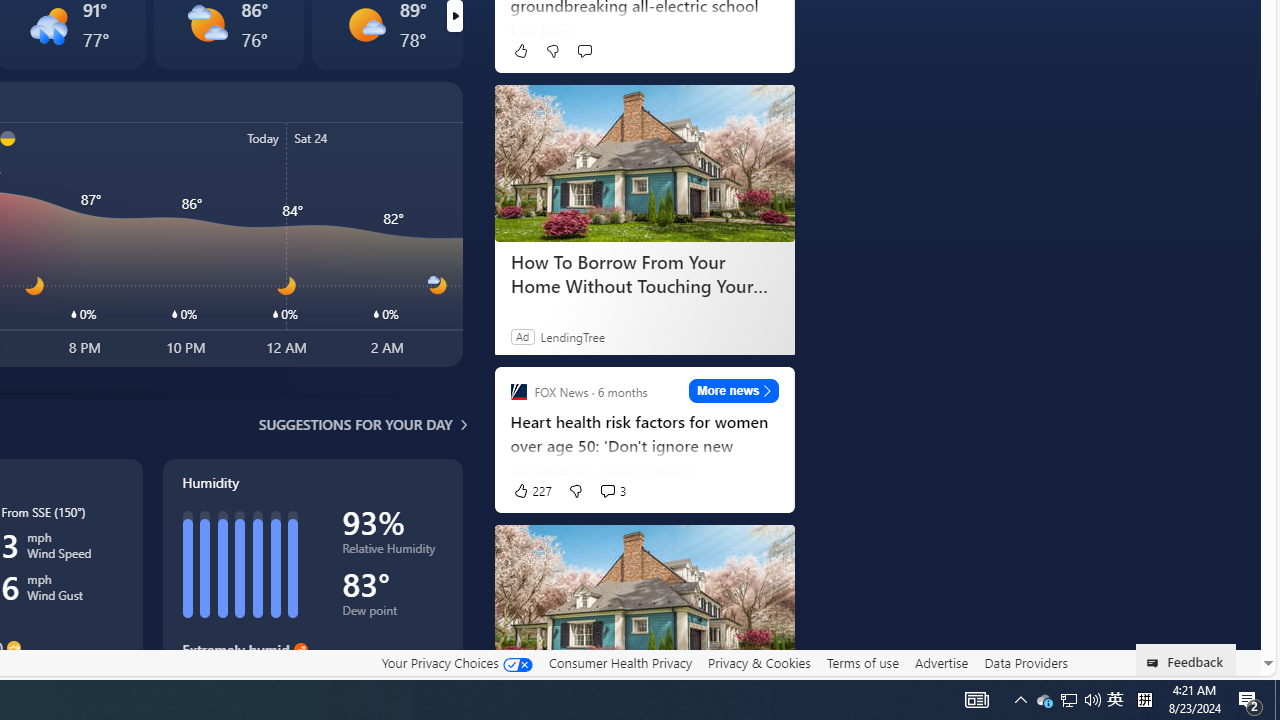  I want to click on 'Terms of use', so click(862, 662).